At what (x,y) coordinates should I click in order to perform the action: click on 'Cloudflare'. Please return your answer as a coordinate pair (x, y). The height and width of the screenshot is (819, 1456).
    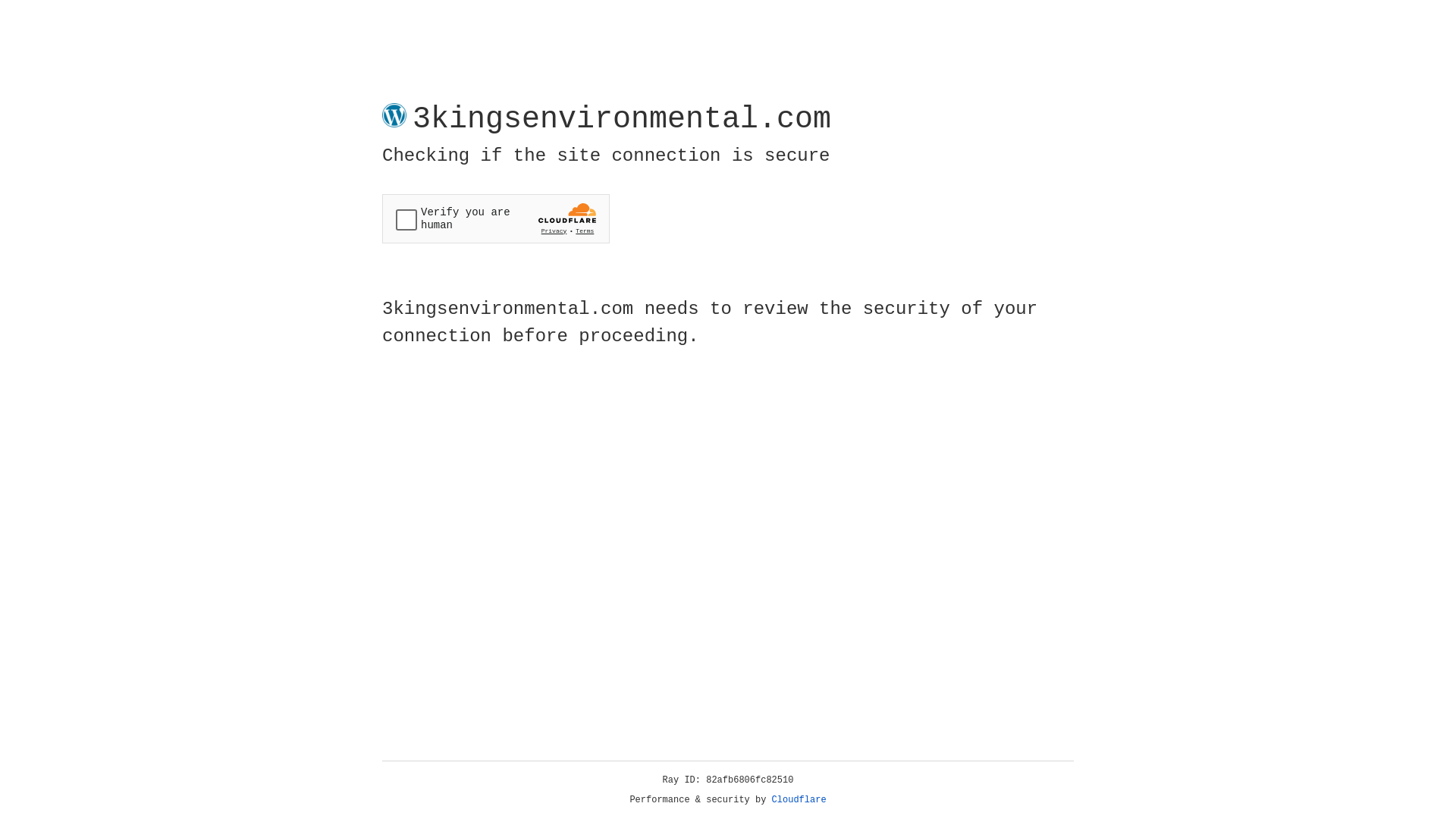
    Looking at the image, I should click on (771, 799).